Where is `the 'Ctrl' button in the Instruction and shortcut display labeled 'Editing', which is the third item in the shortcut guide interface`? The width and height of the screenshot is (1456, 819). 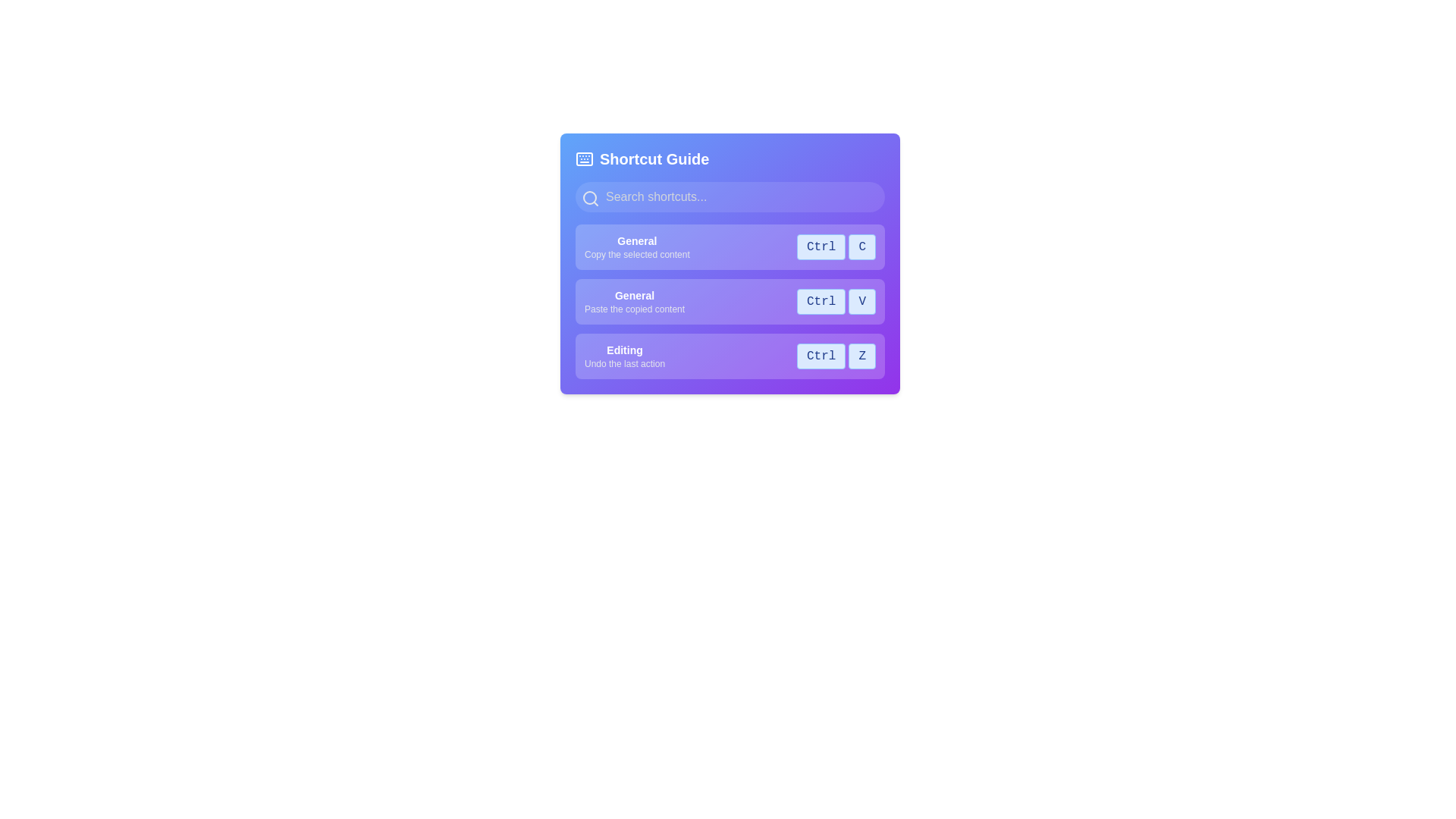
the 'Ctrl' button in the Instruction and shortcut display labeled 'Editing', which is the third item in the shortcut guide interface is located at coordinates (730, 356).